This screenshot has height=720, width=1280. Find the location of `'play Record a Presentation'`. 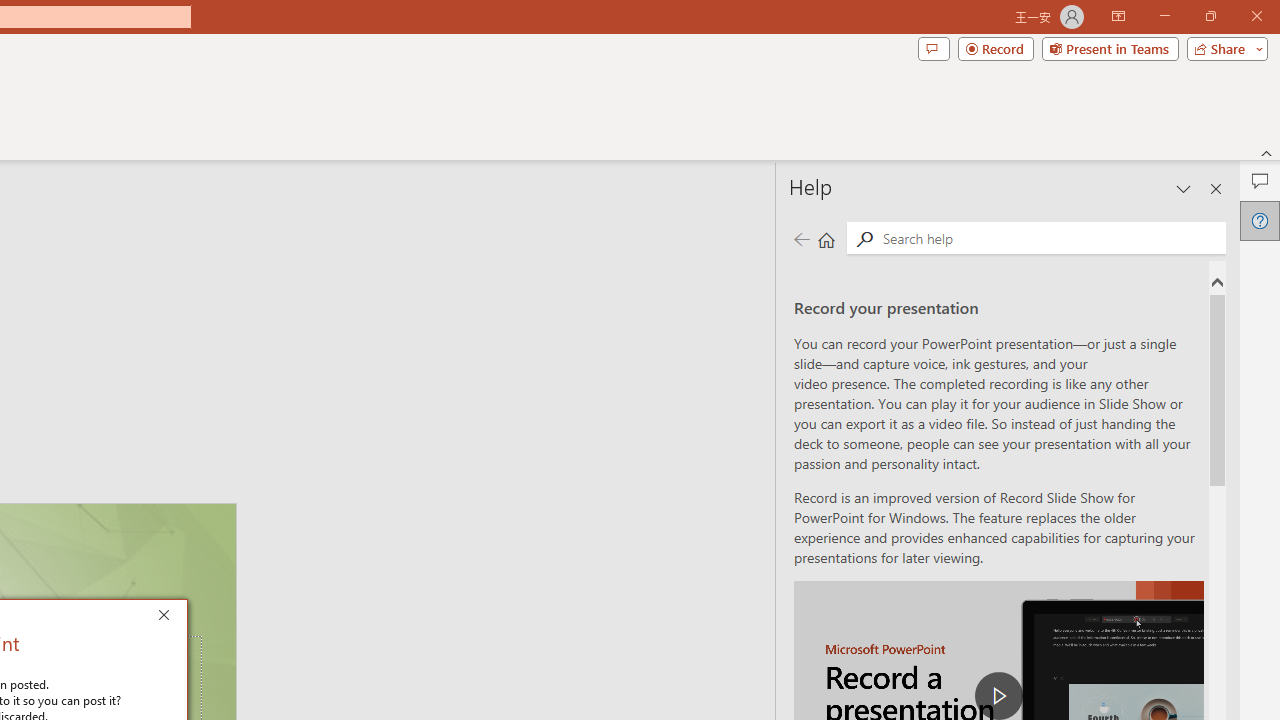

'play Record a Presentation' is located at coordinates (999, 694).